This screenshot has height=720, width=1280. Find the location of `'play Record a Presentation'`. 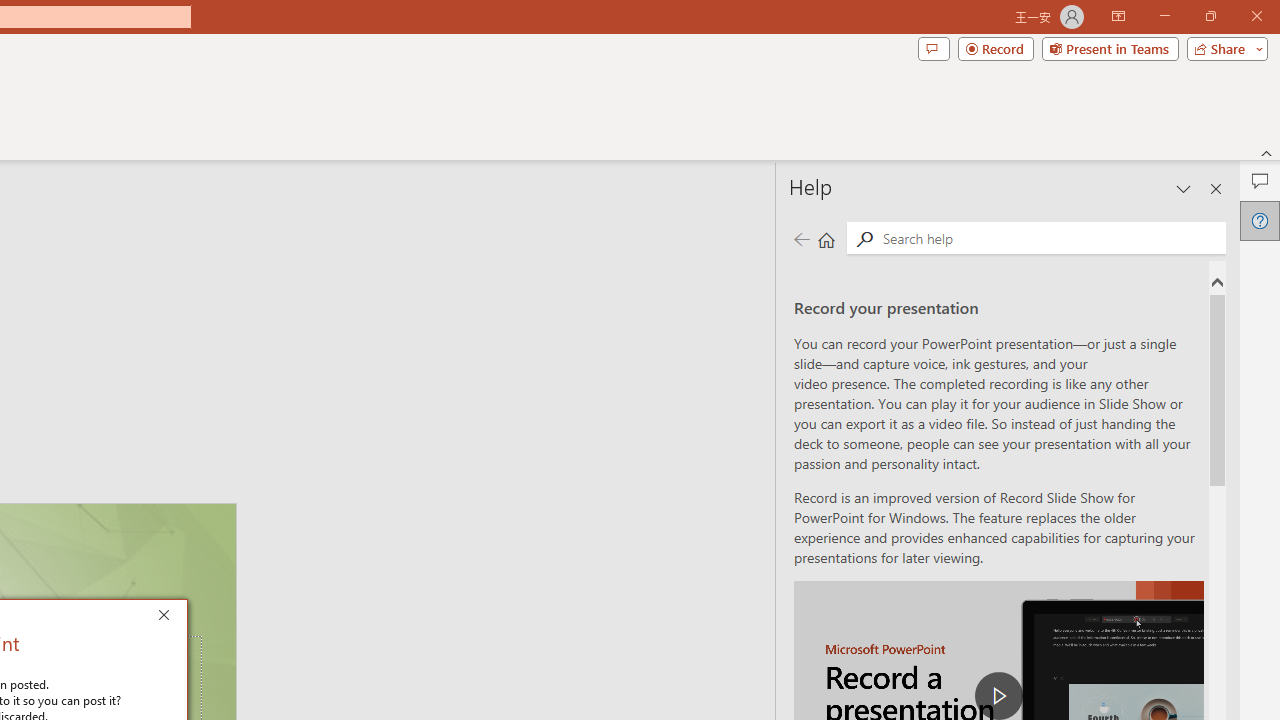

'play Record a Presentation' is located at coordinates (999, 694).